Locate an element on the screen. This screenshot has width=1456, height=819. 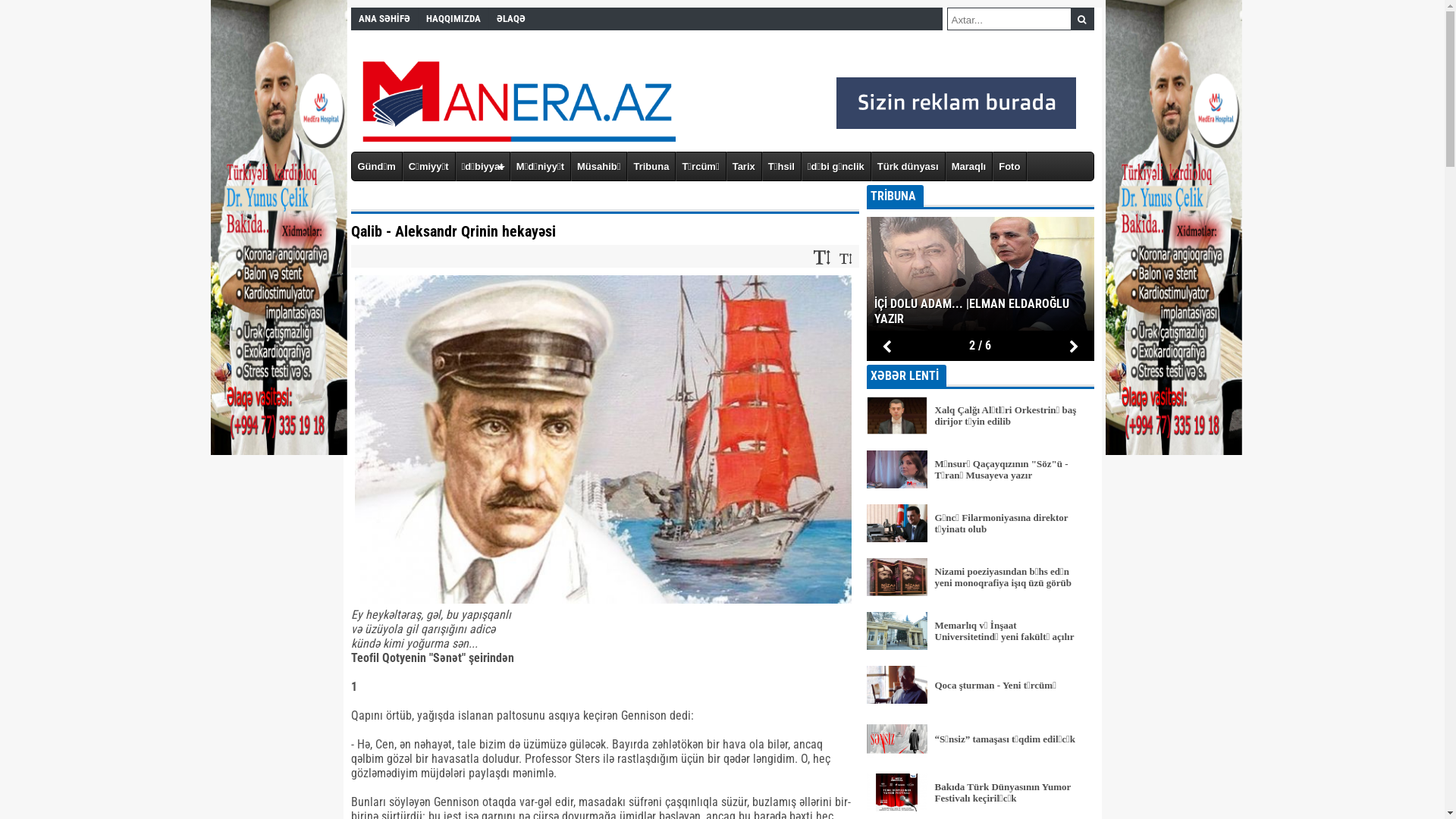
'Foto' is located at coordinates (1009, 166).